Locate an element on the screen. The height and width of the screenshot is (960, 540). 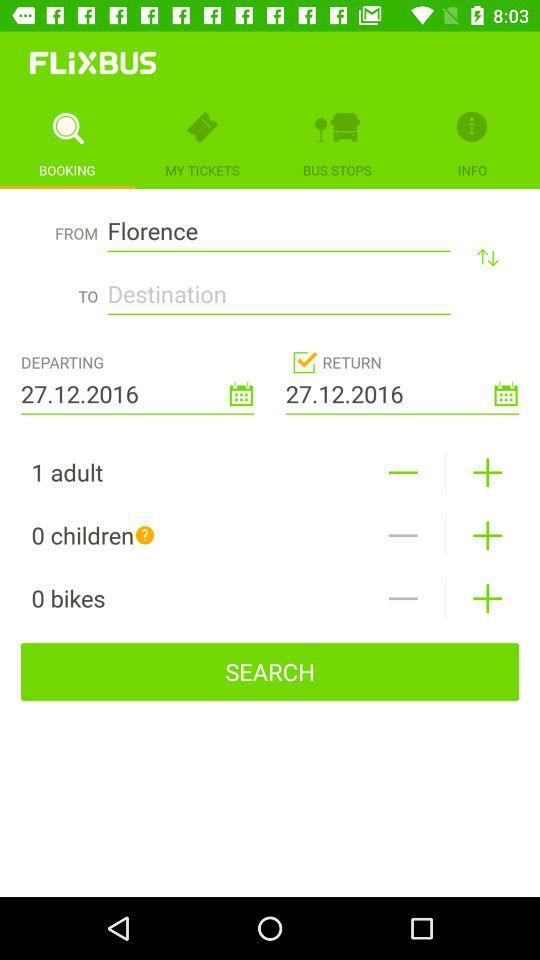
remove traveler is located at coordinates (403, 534).